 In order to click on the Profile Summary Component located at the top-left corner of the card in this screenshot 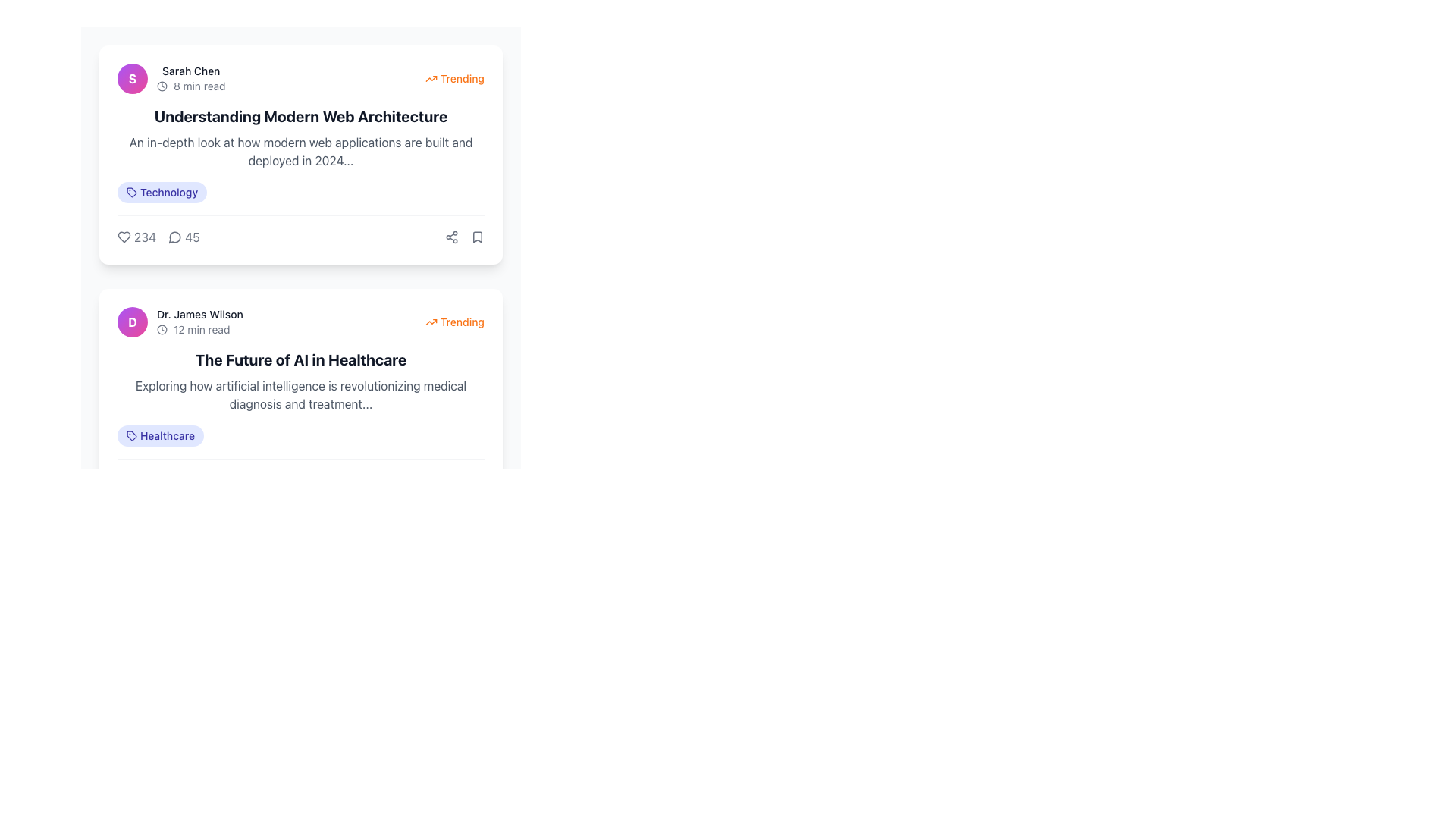, I will do `click(171, 79)`.